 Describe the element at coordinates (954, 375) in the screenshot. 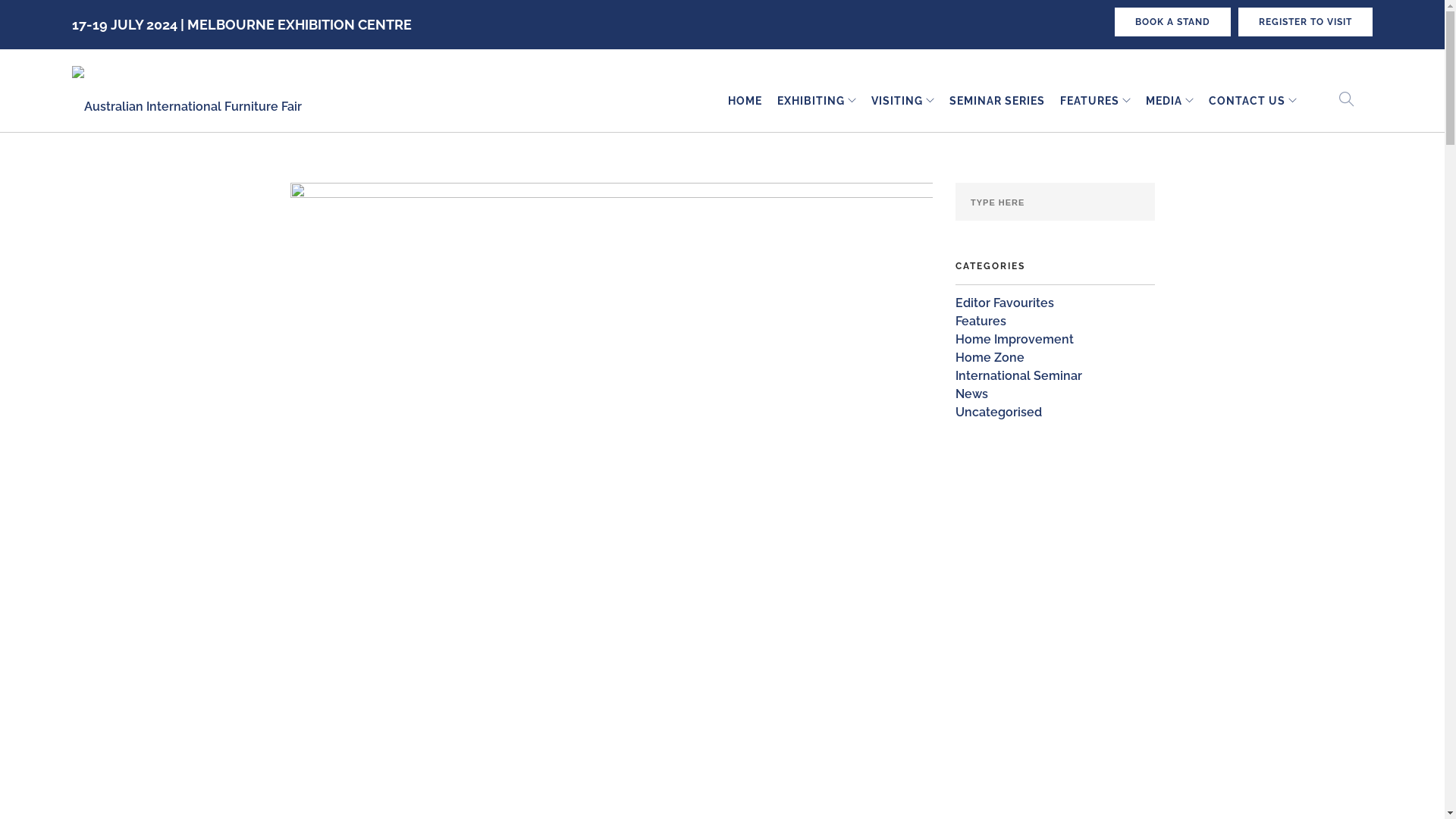

I see `'International Seminar'` at that location.